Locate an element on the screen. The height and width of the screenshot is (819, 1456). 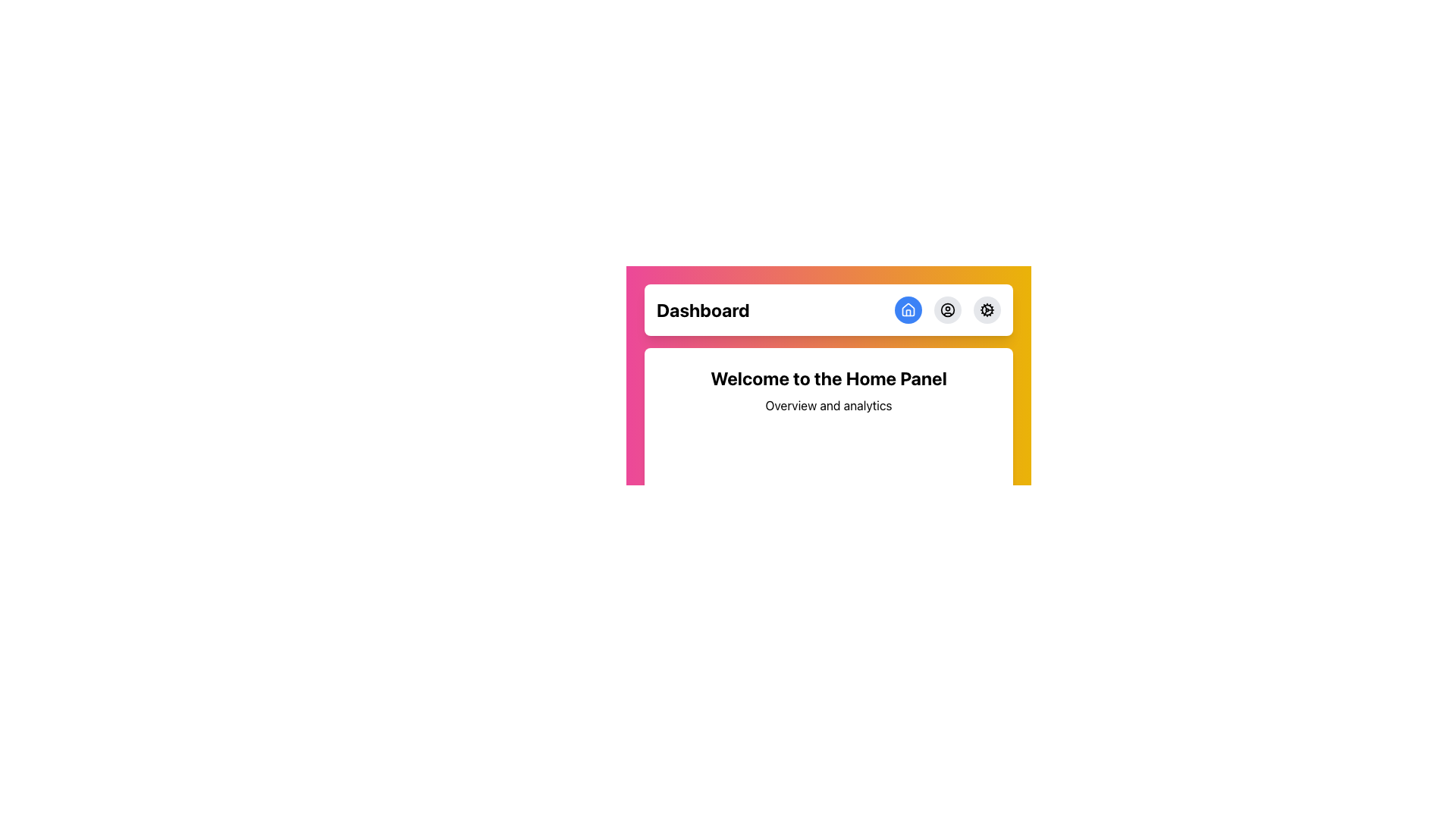
text from the centered text block containing 'Welcome to the Home Panel' and 'Overview and analytics' is located at coordinates (828, 390).